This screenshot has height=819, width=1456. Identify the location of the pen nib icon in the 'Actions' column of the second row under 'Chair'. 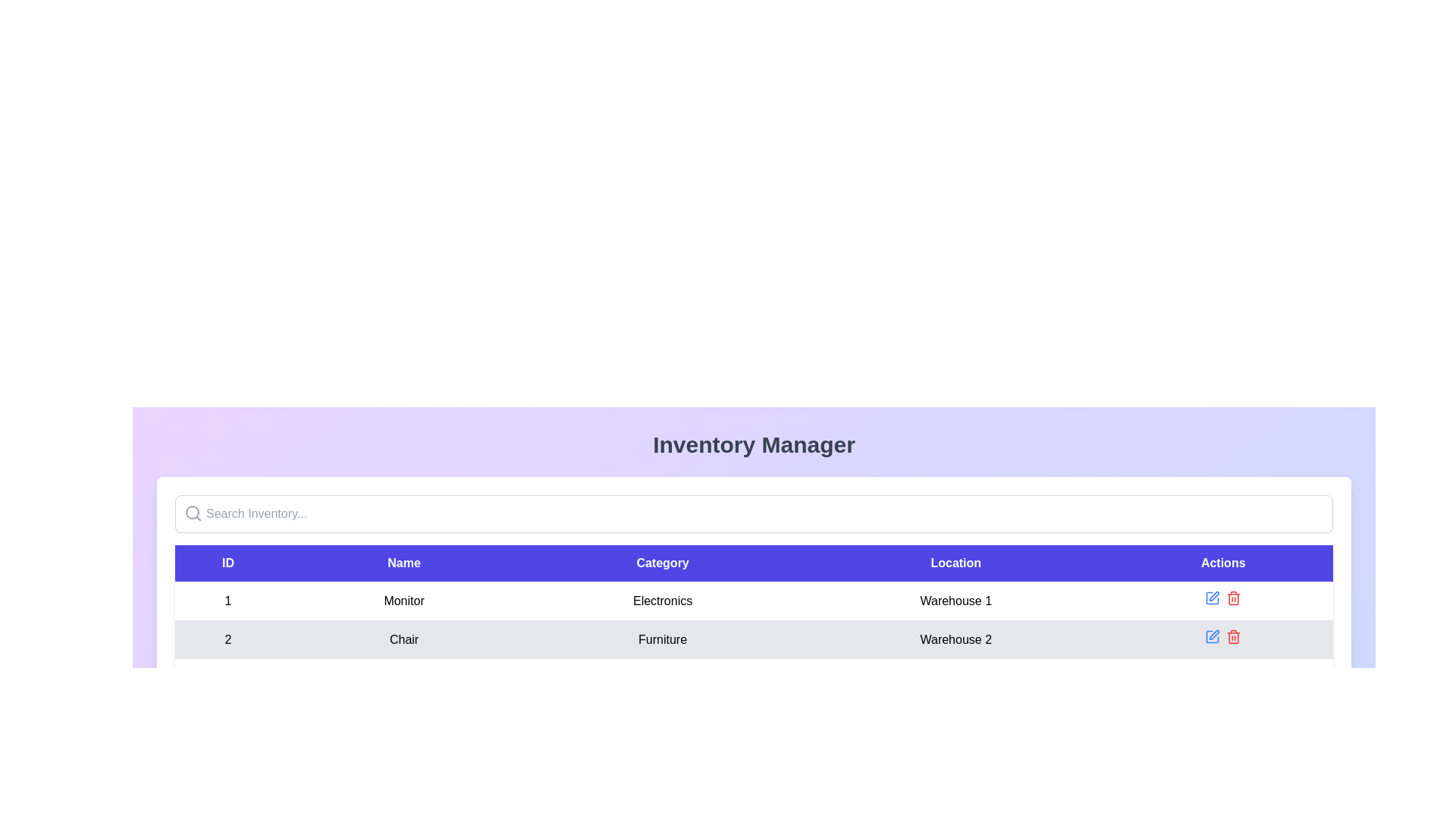
(1214, 635).